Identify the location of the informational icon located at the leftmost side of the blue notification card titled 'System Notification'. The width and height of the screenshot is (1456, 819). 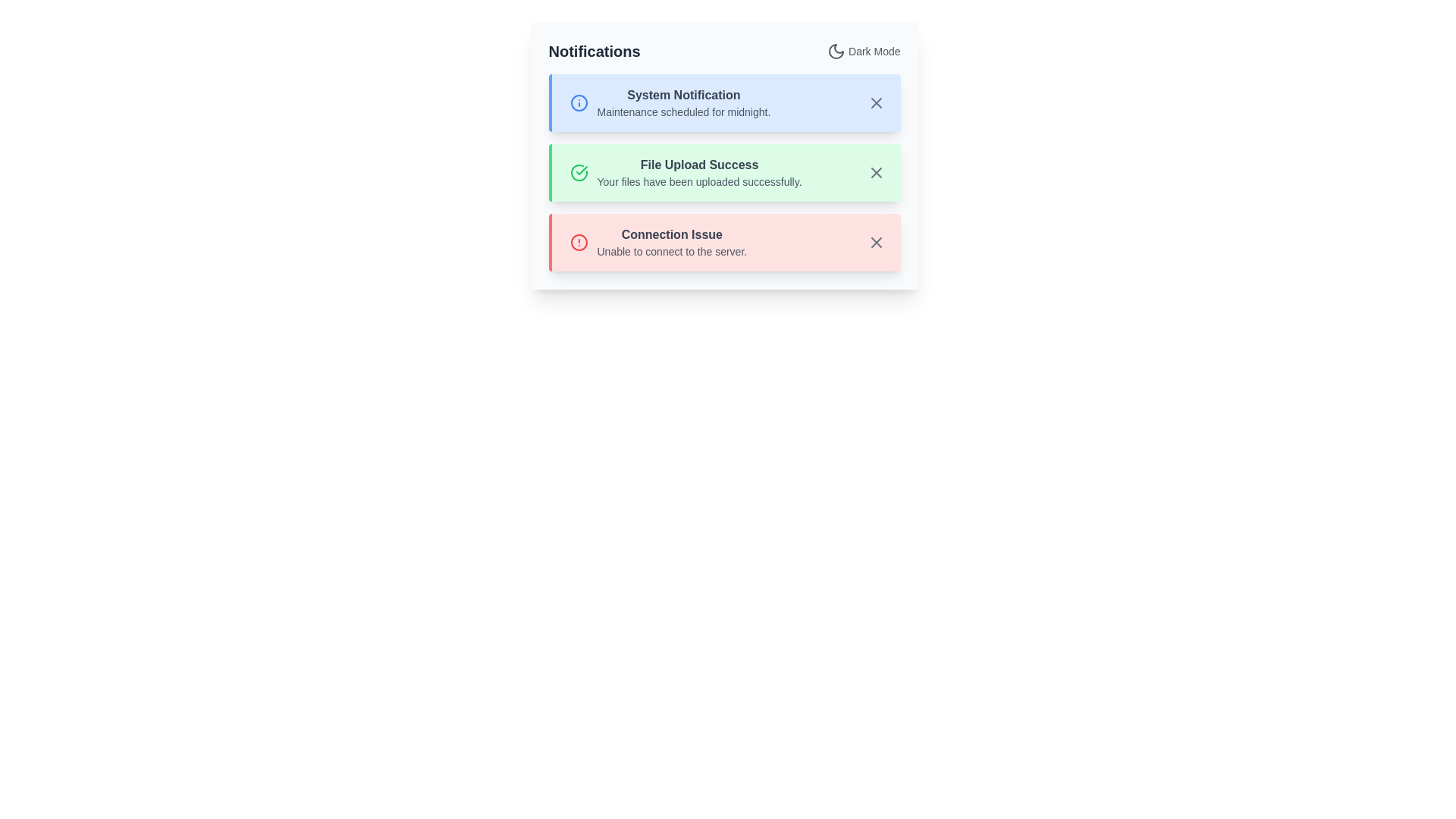
(578, 102).